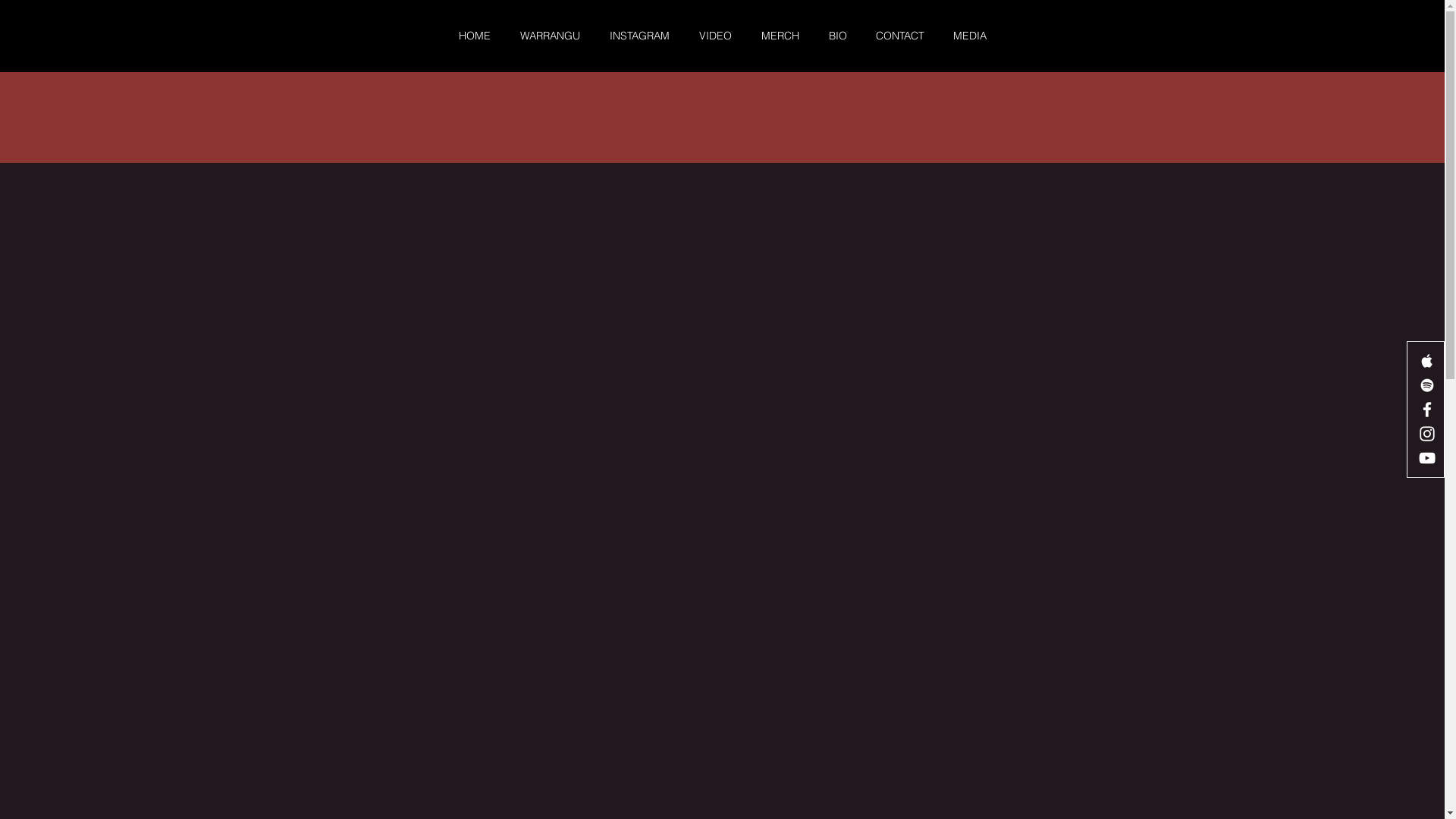  I want to click on 'CONTACT', so click(861, 35).